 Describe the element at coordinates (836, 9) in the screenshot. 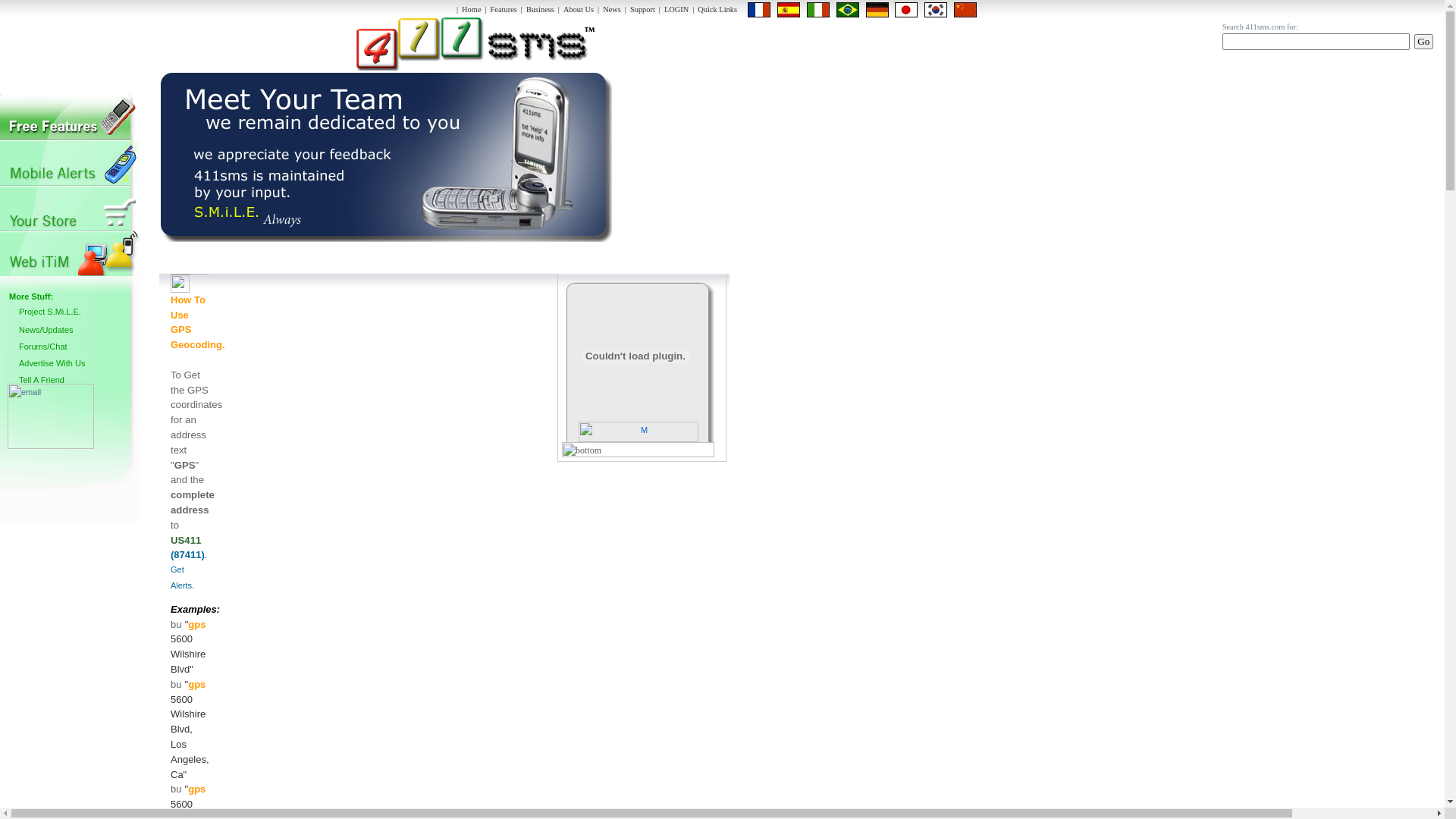

I see `'en|pt'` at that location.